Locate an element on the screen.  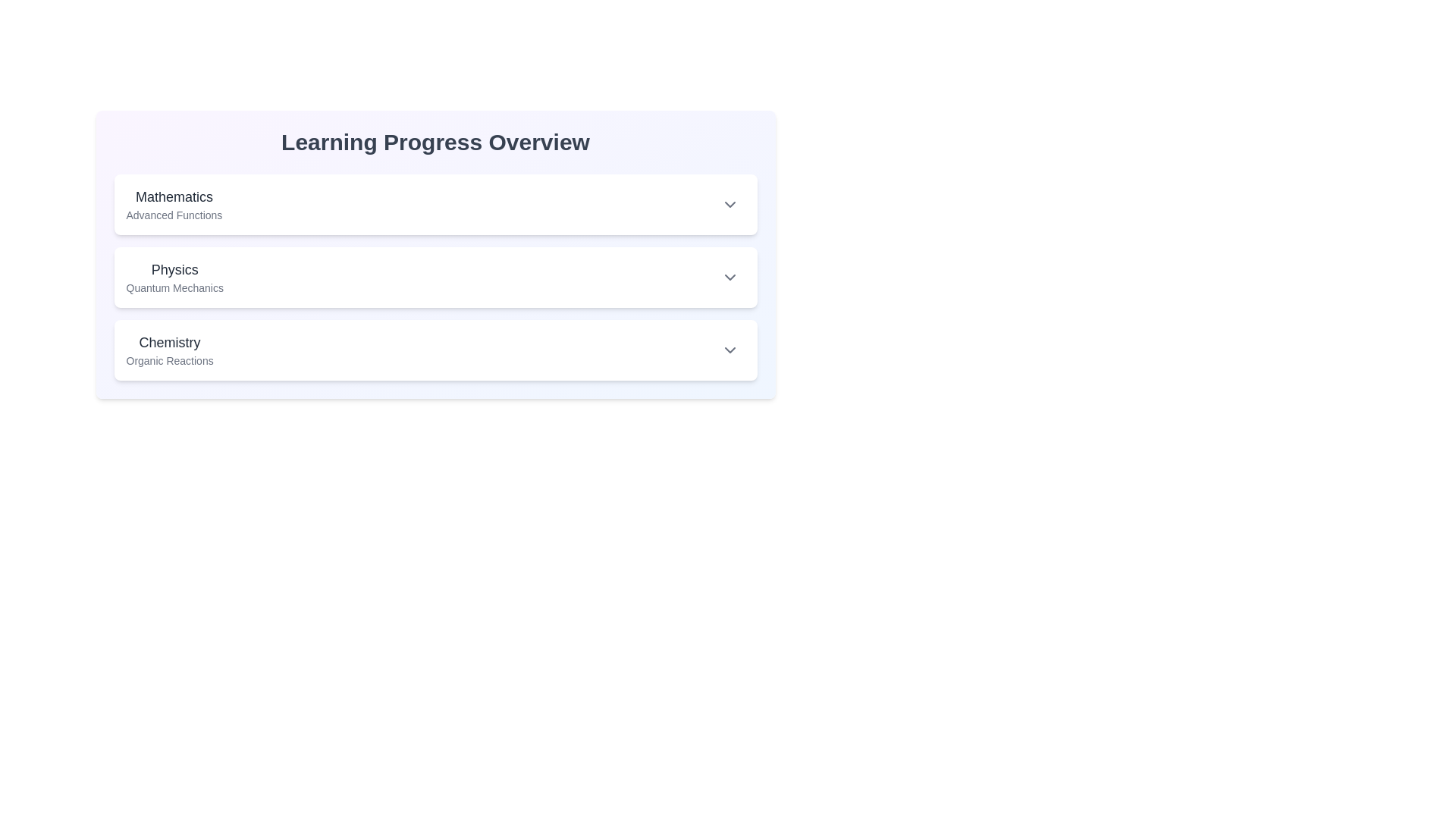
the 'Quantum Mechanics' text label, which is a descriptive subheading under the 'Physics' heading in the second collapsible section of the overview list is located at coordinates (174, 288).